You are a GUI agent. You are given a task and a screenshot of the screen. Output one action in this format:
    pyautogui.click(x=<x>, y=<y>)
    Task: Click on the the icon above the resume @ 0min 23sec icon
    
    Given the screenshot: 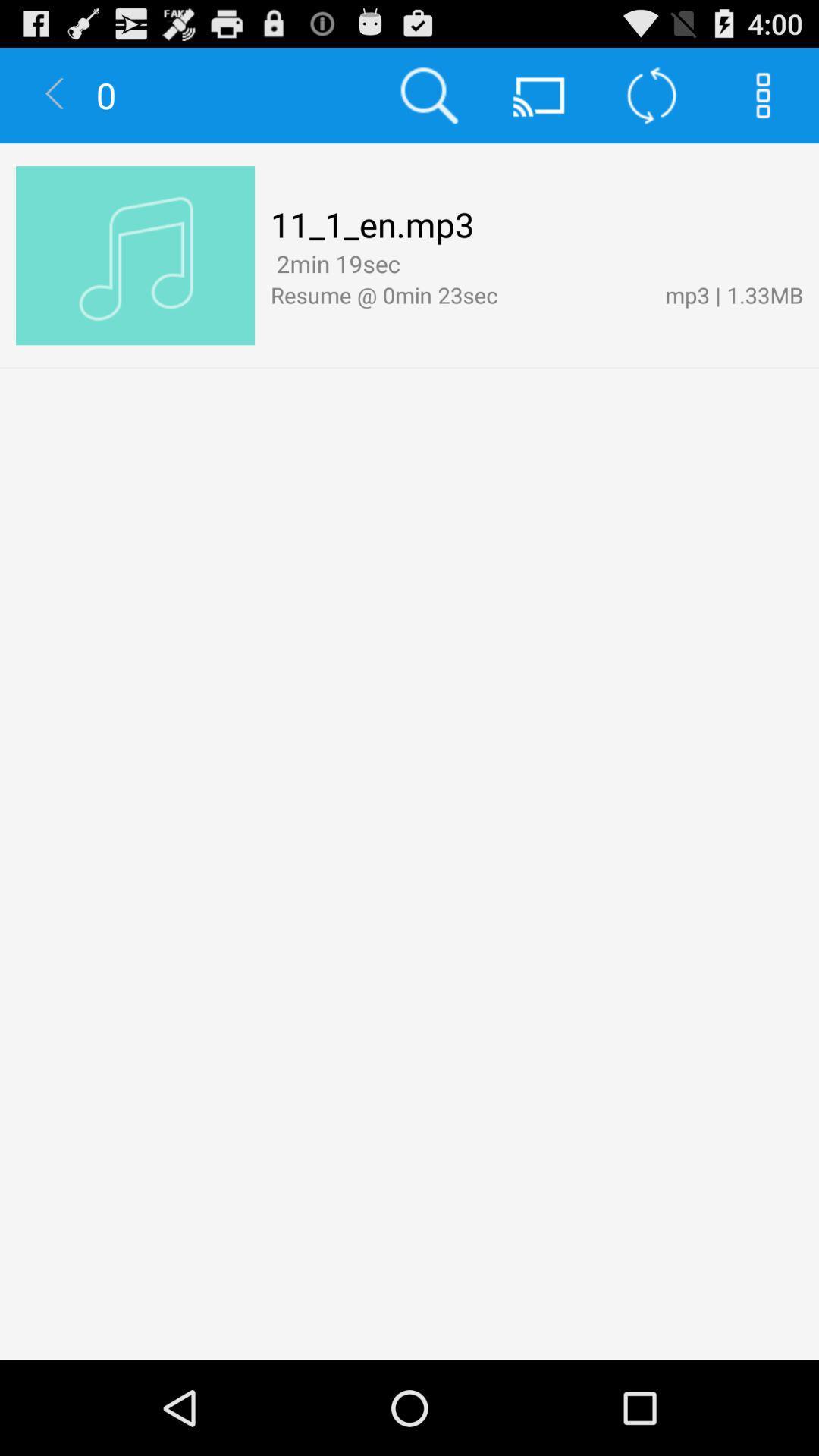 What is the action you would take?
    pyautogui.click(x=334, y=263)
    